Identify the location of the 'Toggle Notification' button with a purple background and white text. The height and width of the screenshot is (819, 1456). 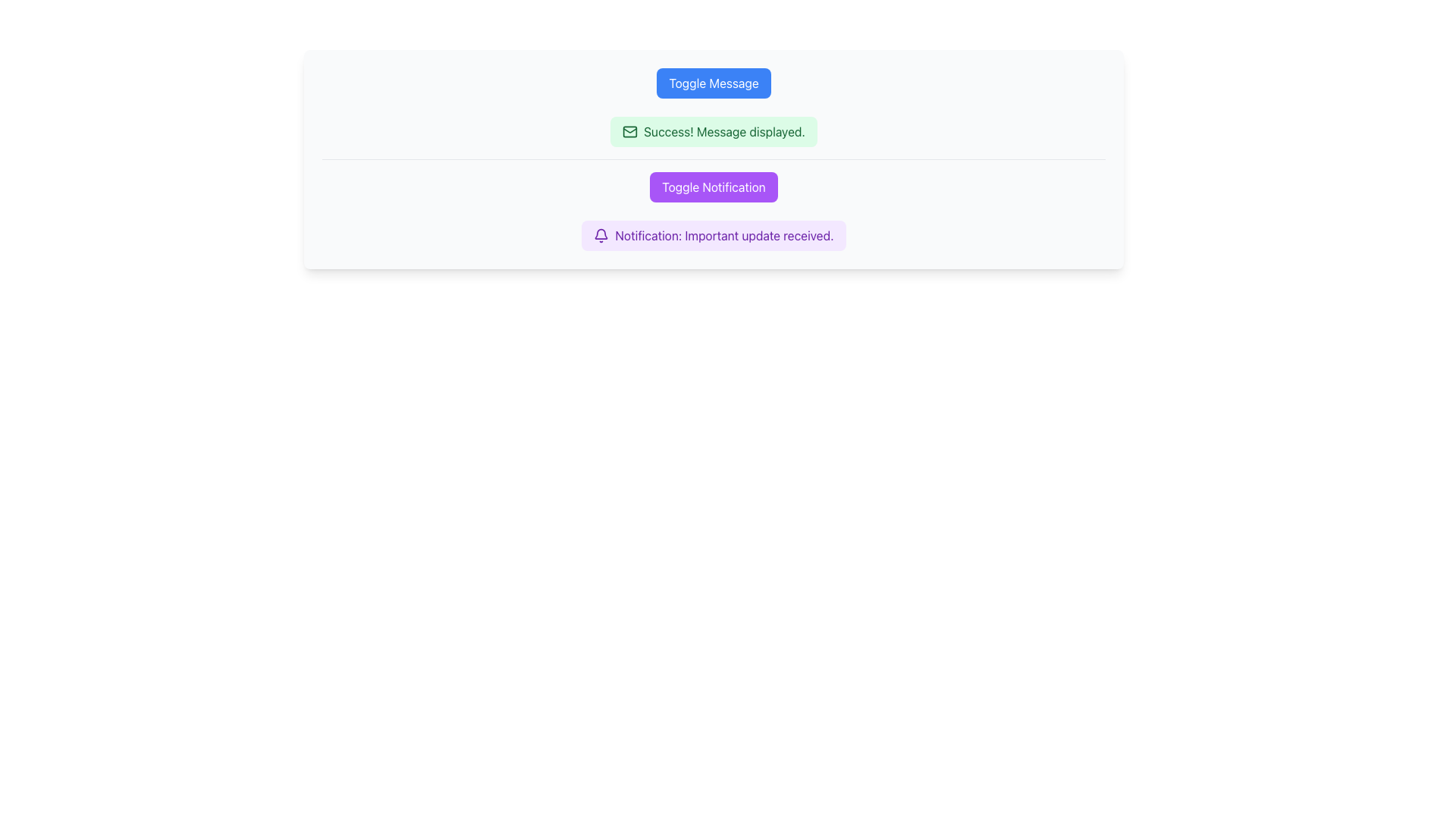
(713, 186).